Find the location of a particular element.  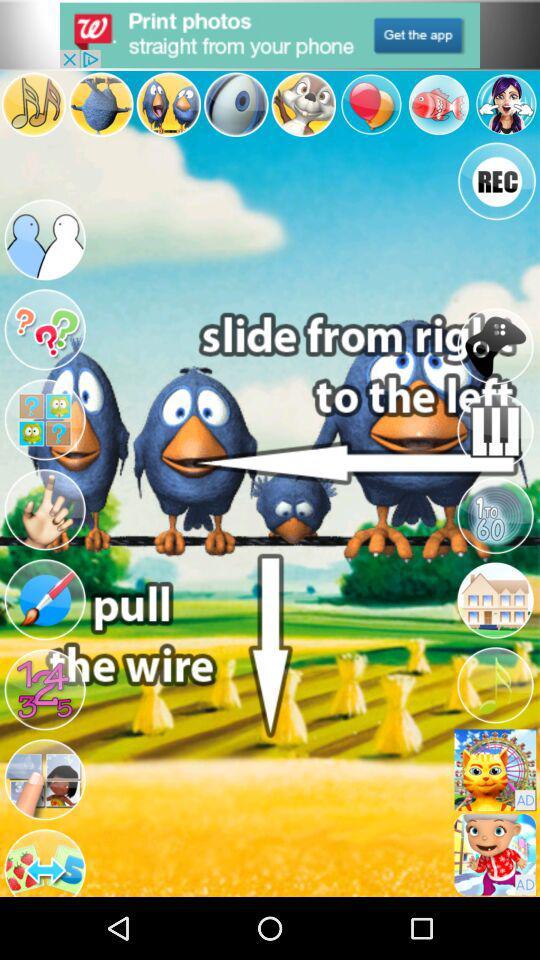

the help icon is located at coordinates (44, 353).